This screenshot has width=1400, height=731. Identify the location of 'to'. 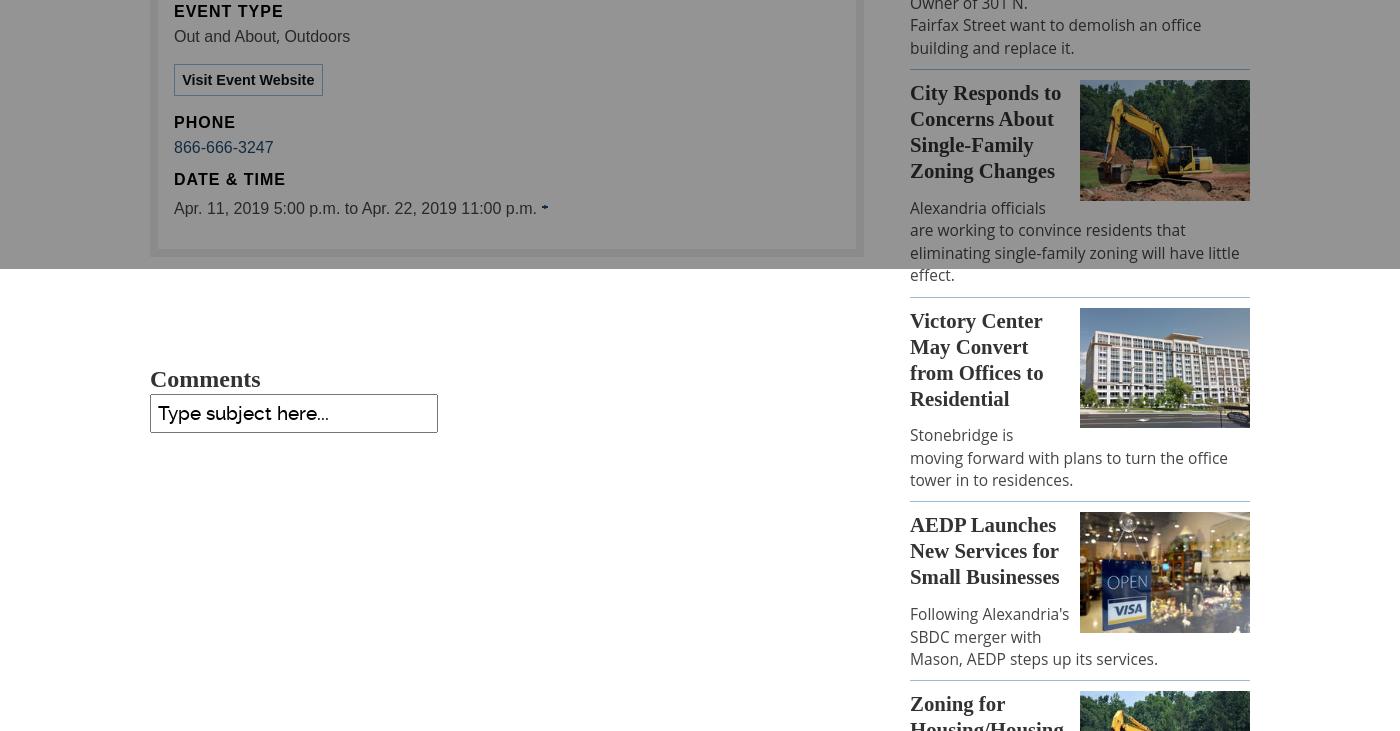
(350, 208).